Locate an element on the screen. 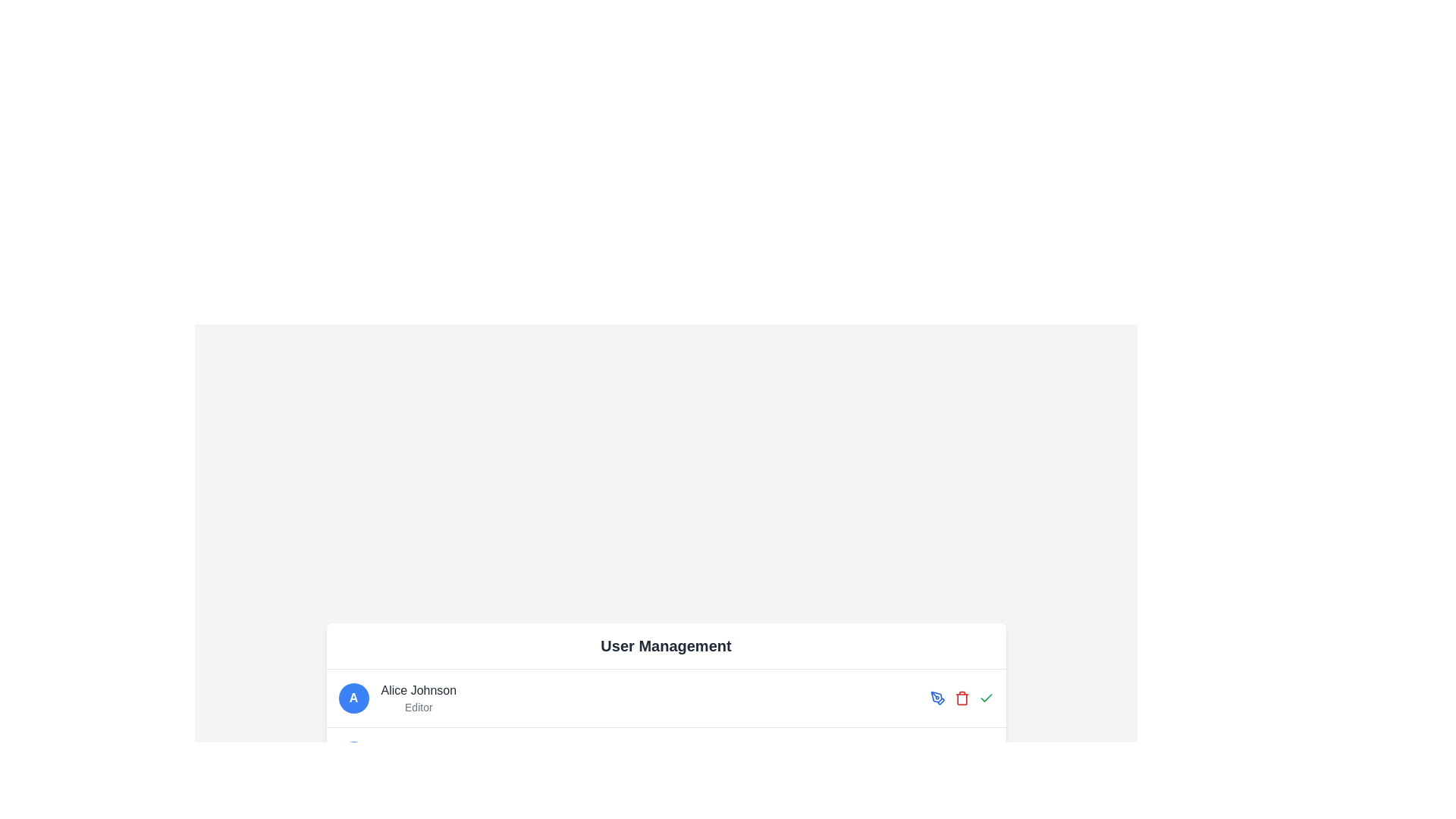 The width and height of the screenshot is (1456, 819). the static text label displaying 'Alice Johnson', which is bold and dark gray, located above the 'Editor' label in the user information card is located at coordinates (419, 690).